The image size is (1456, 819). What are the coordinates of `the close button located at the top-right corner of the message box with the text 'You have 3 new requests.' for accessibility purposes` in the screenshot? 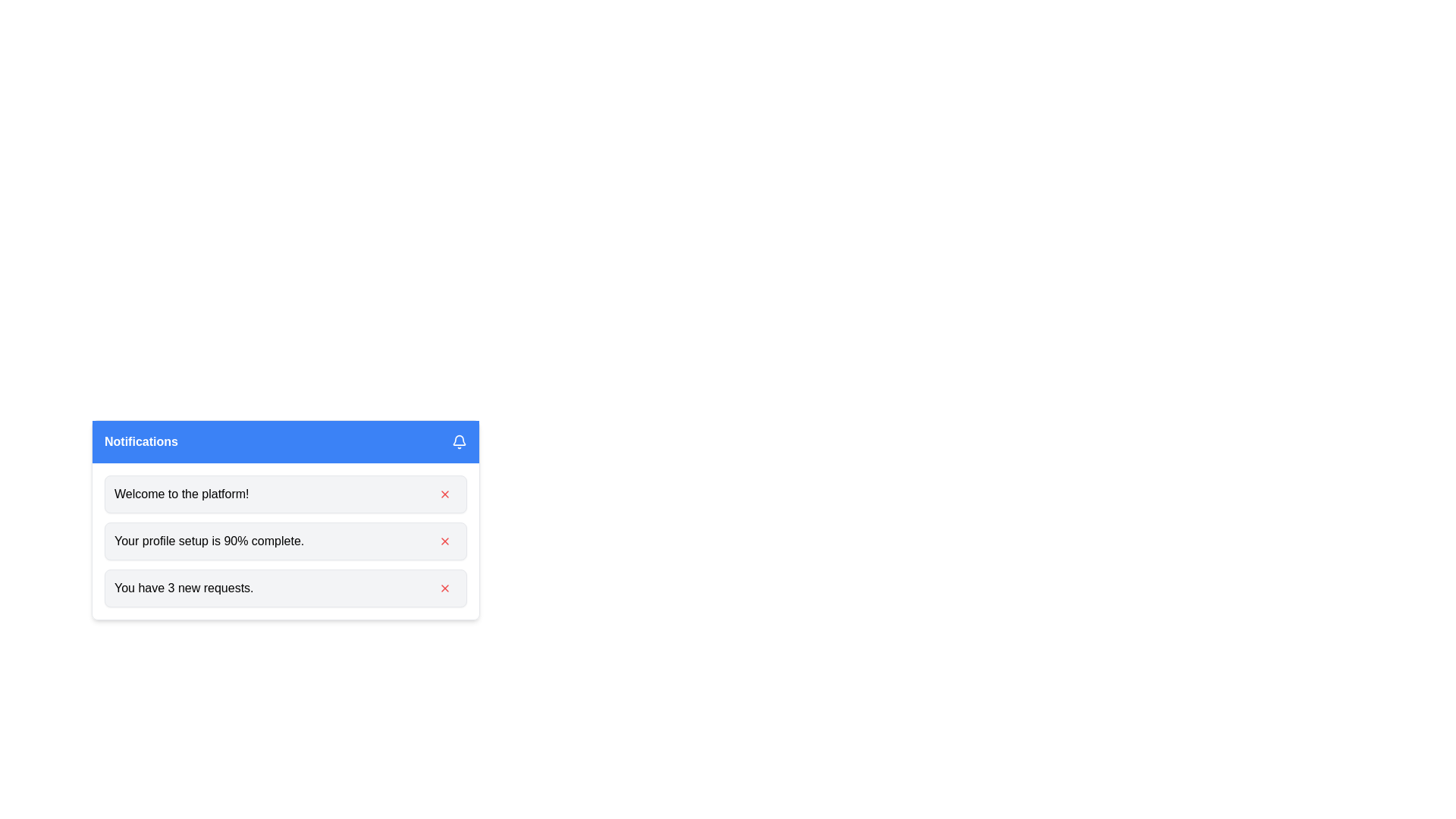 It's located at (444, 587).